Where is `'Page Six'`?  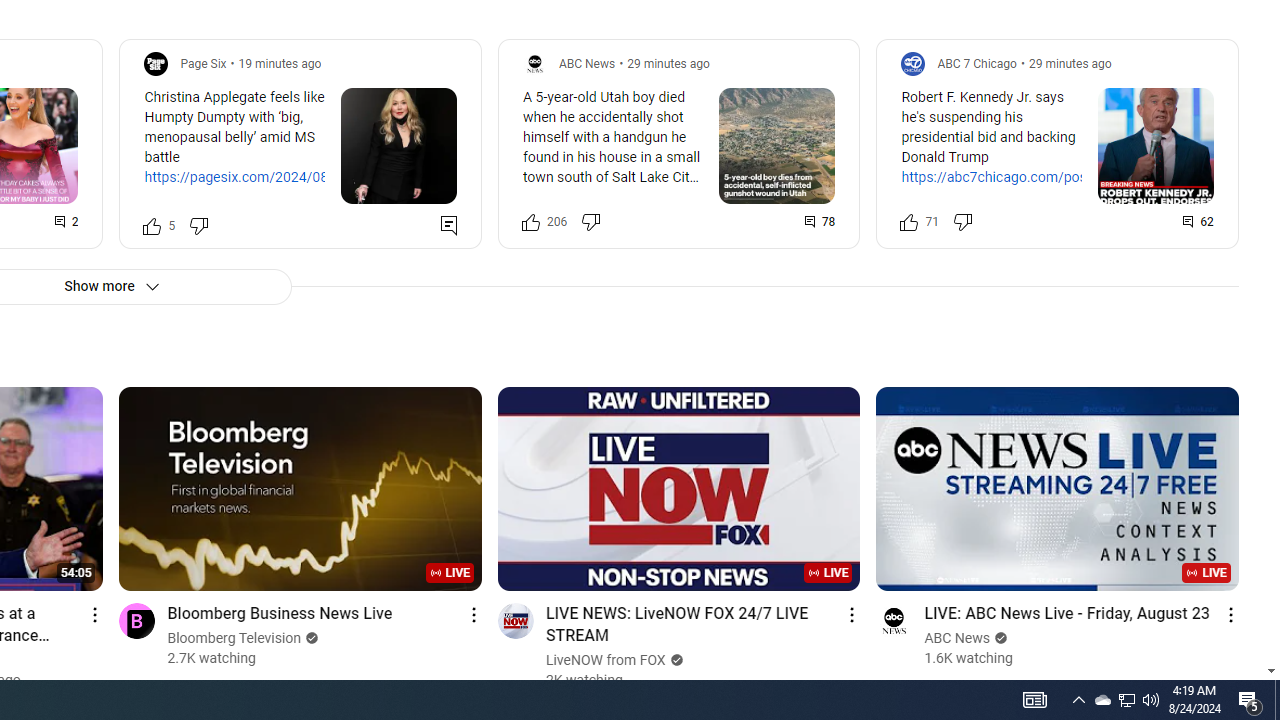
'Page Six' is located at coordinates (203, 62).